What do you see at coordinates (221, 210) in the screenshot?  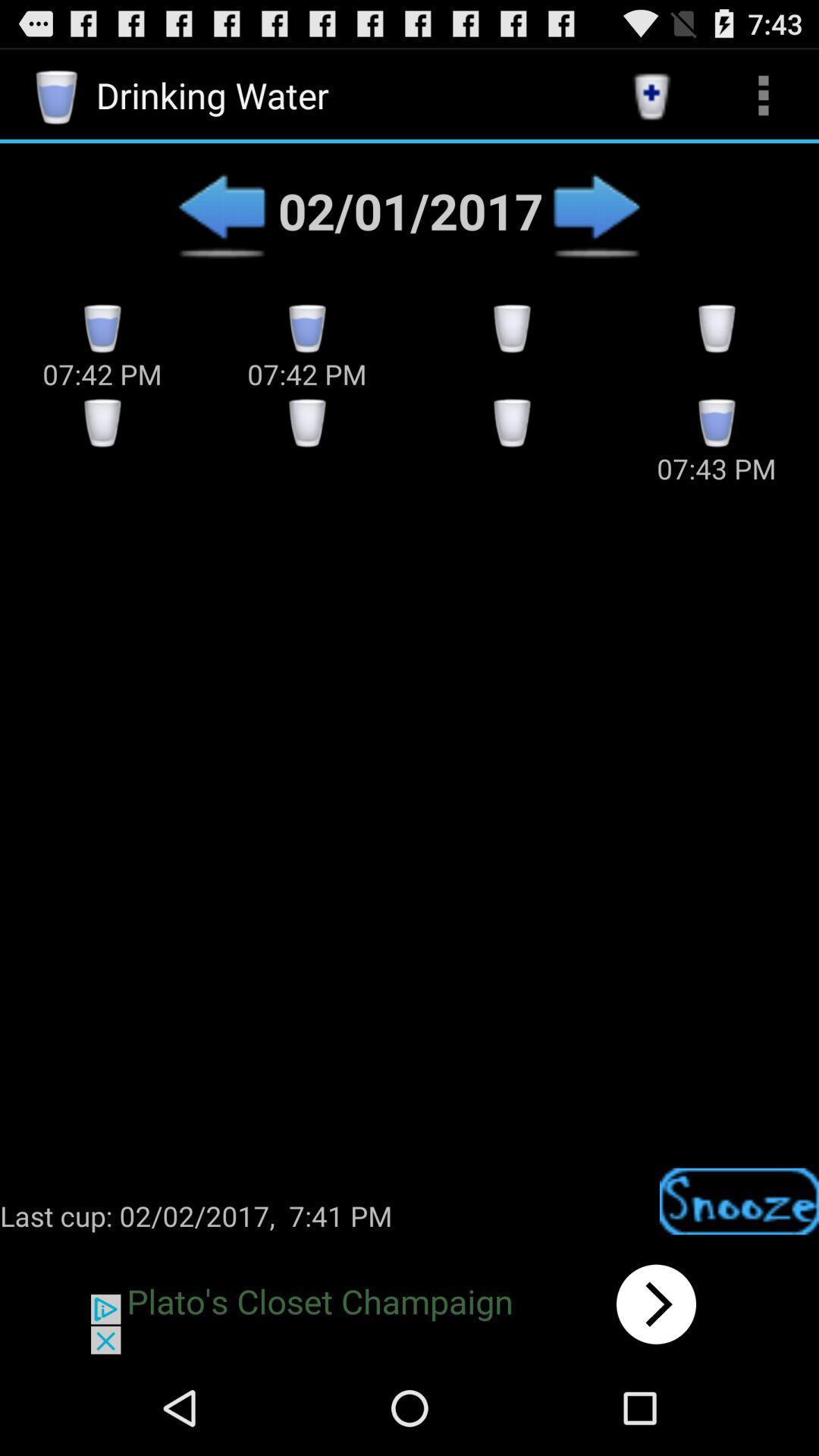 I see `backward` at bounding box center [221, 210].